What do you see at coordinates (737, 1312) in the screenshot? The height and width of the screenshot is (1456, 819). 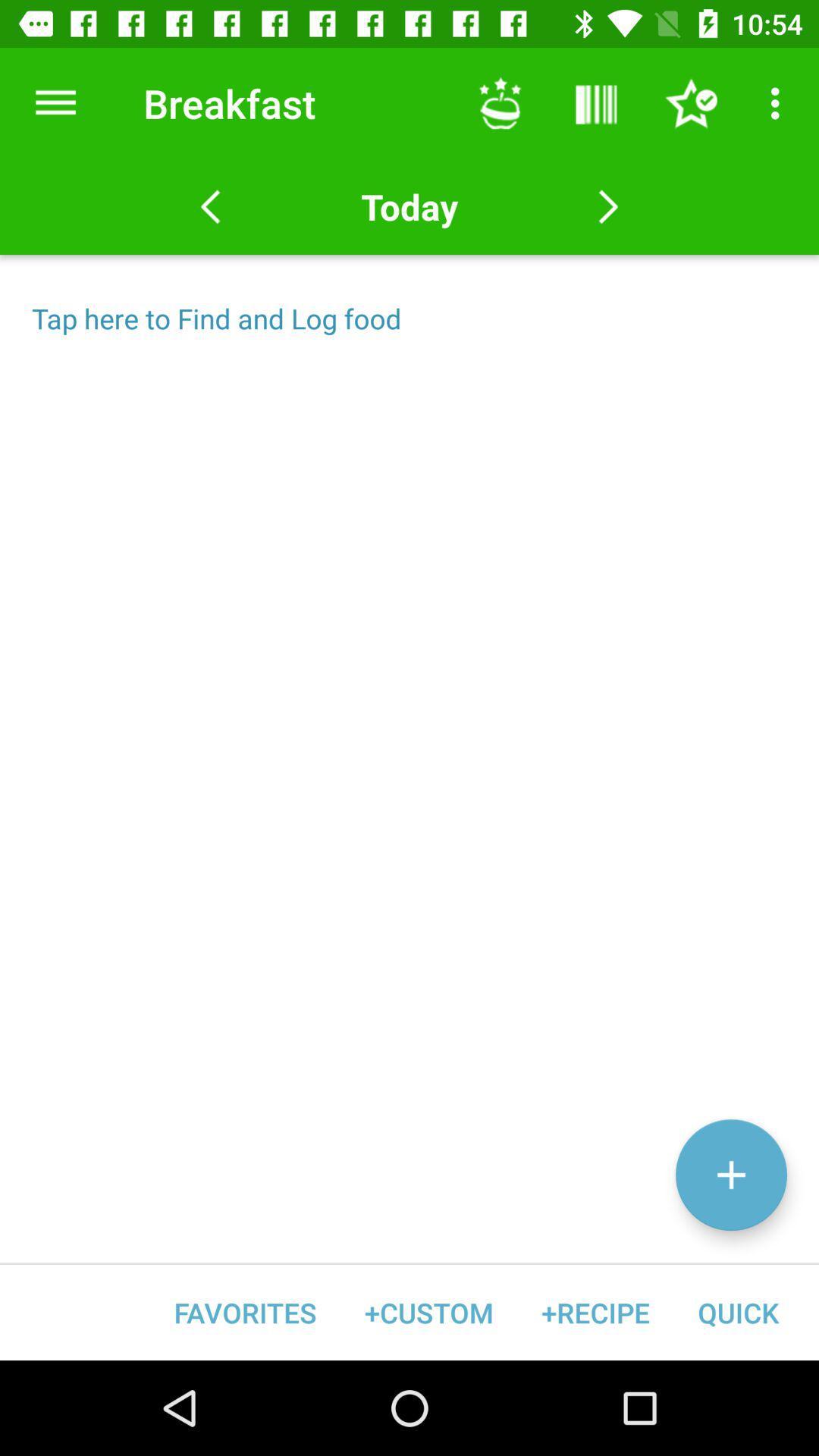 I see `quick` at bounding box center [737, 1312].